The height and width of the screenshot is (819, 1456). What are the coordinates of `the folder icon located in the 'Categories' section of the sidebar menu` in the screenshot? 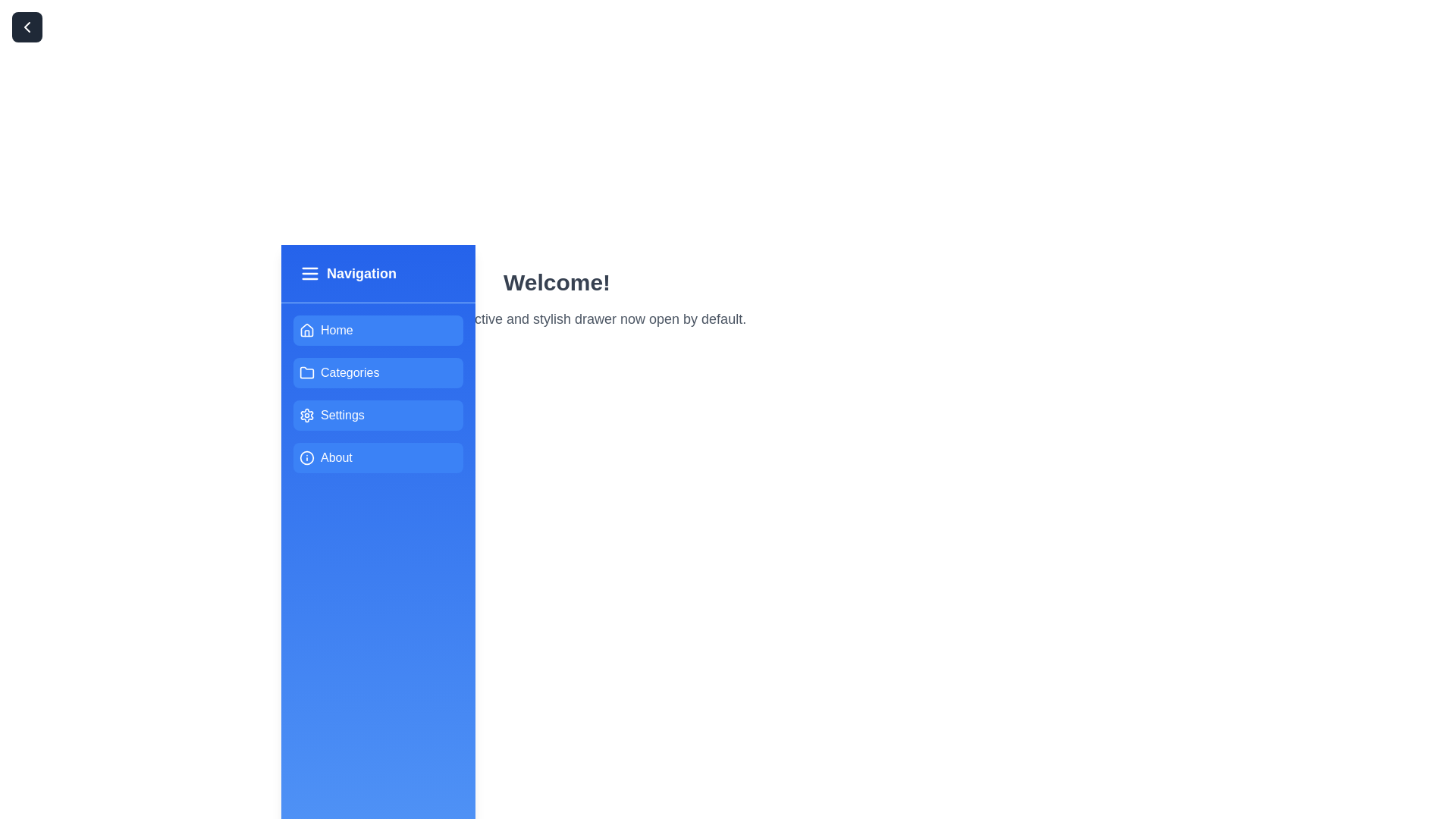 It's located at (306, 372).